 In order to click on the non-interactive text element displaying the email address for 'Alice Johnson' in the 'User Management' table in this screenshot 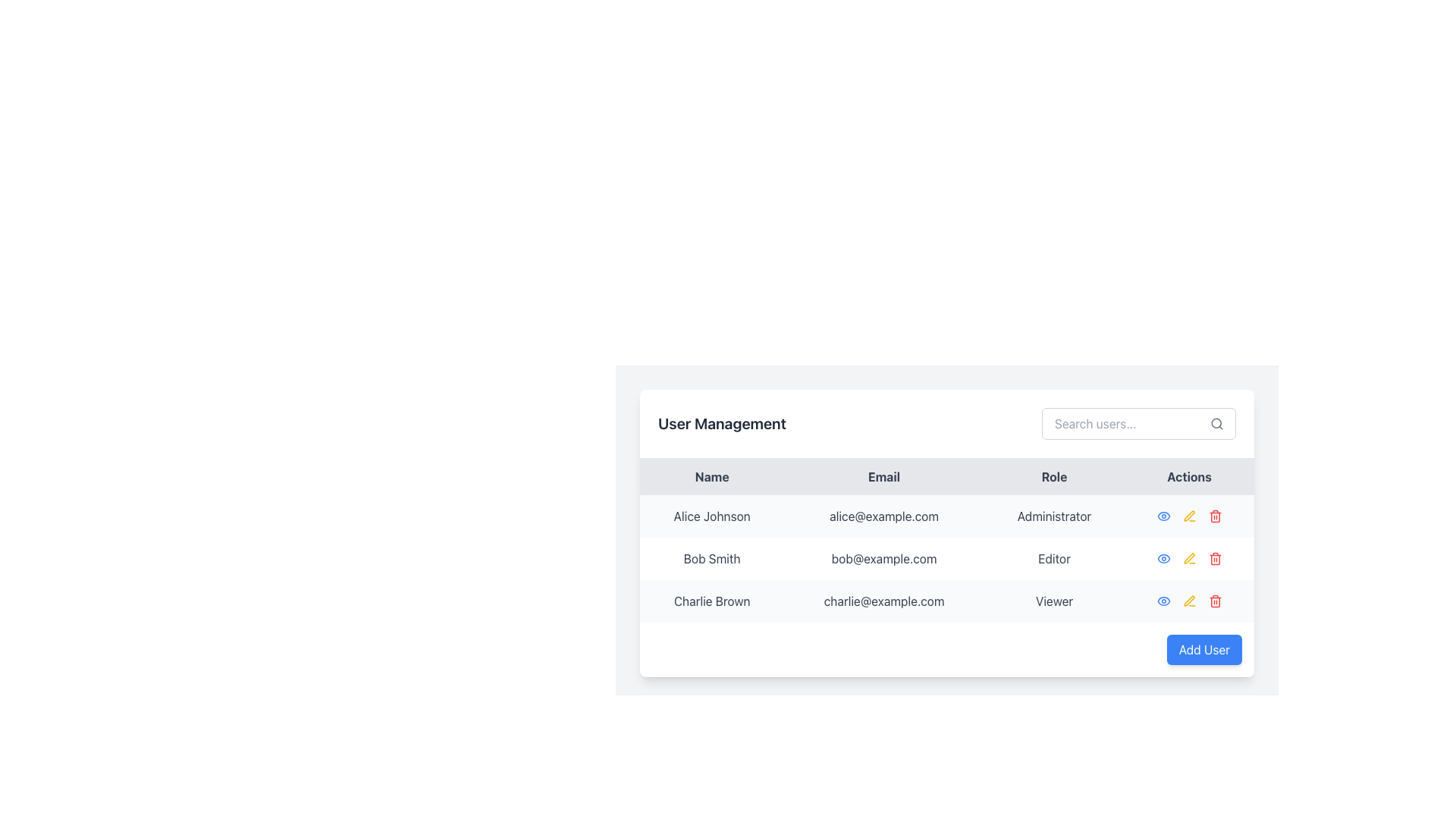, I will do `click(884, 516)`.